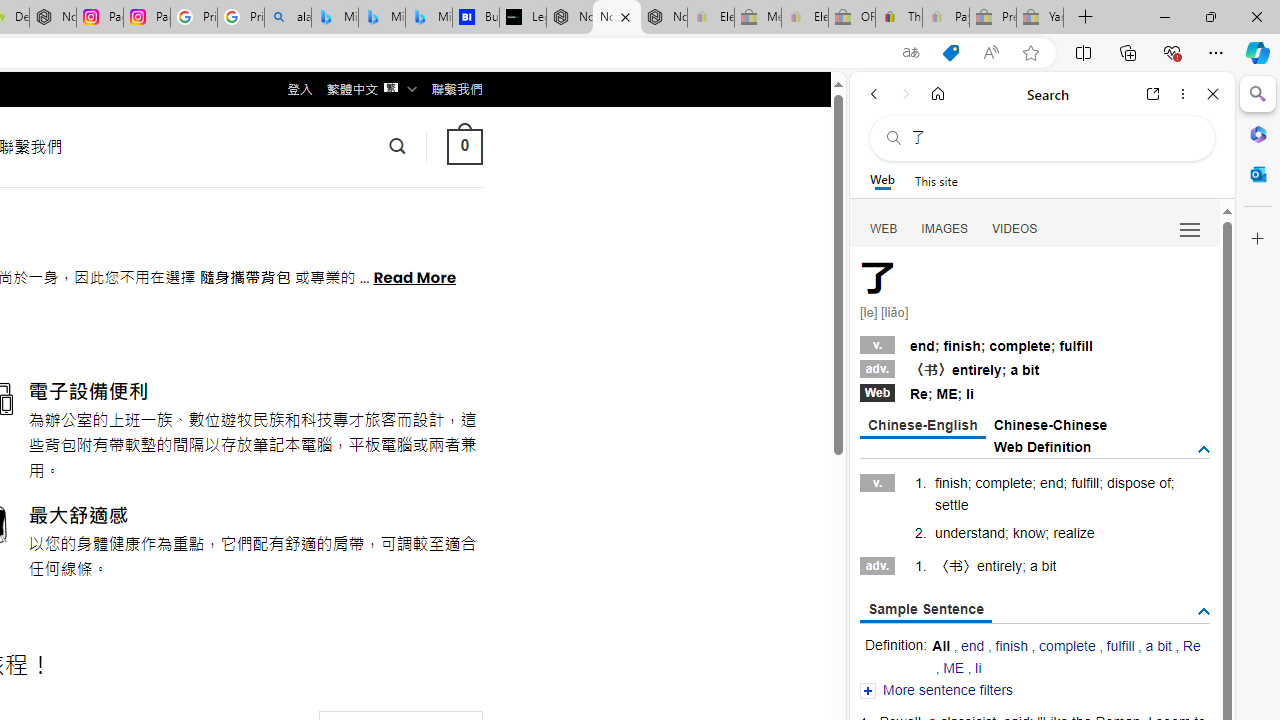 This screenshot has width=1280, height=720. What do you see at coordinates (287, 17) in the screenshot?
I see `'alabama high school quarterback dies - Search'` at bounding box center [287, 17].